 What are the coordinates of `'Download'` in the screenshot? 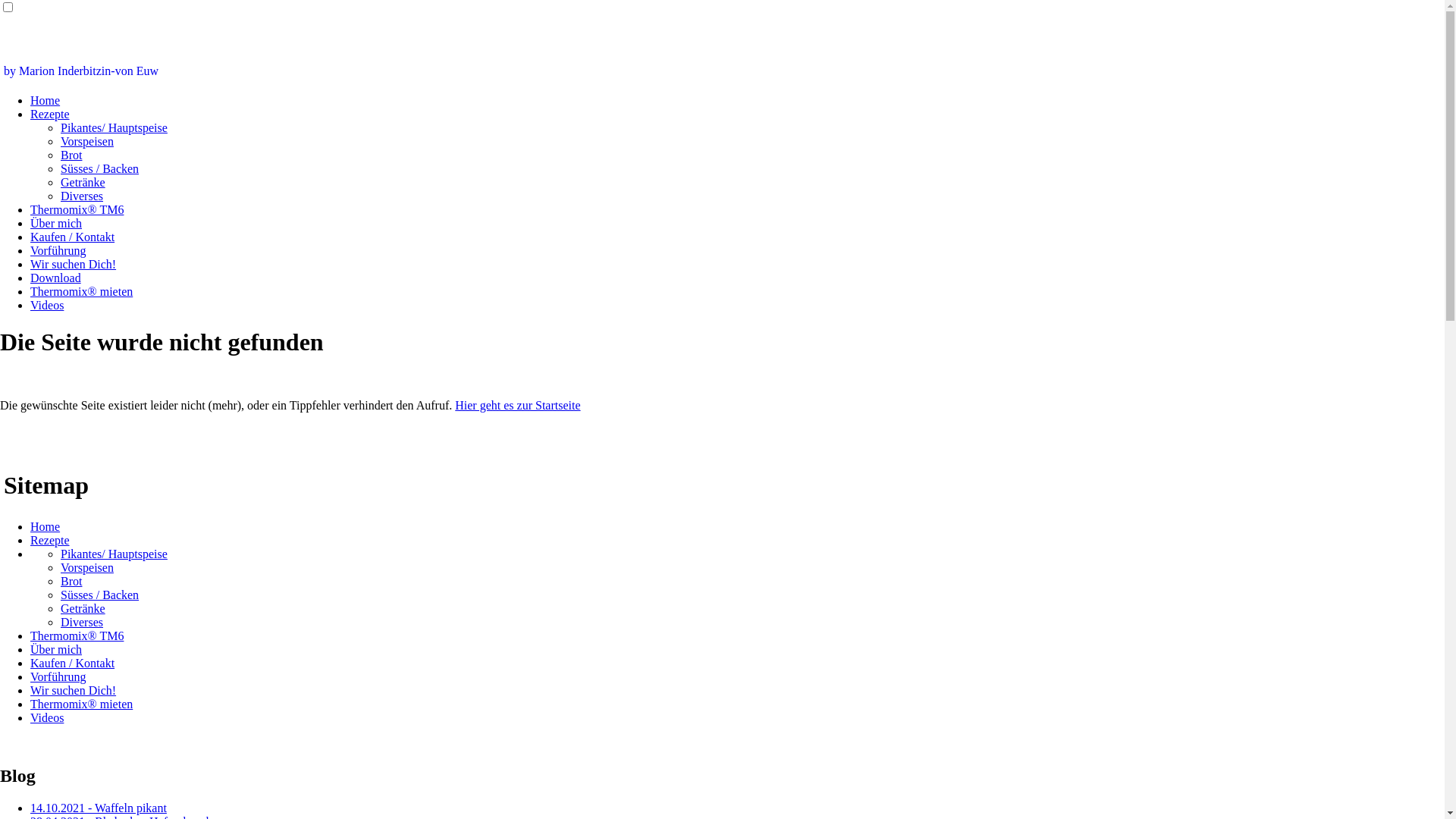 It's located at (55, 278).